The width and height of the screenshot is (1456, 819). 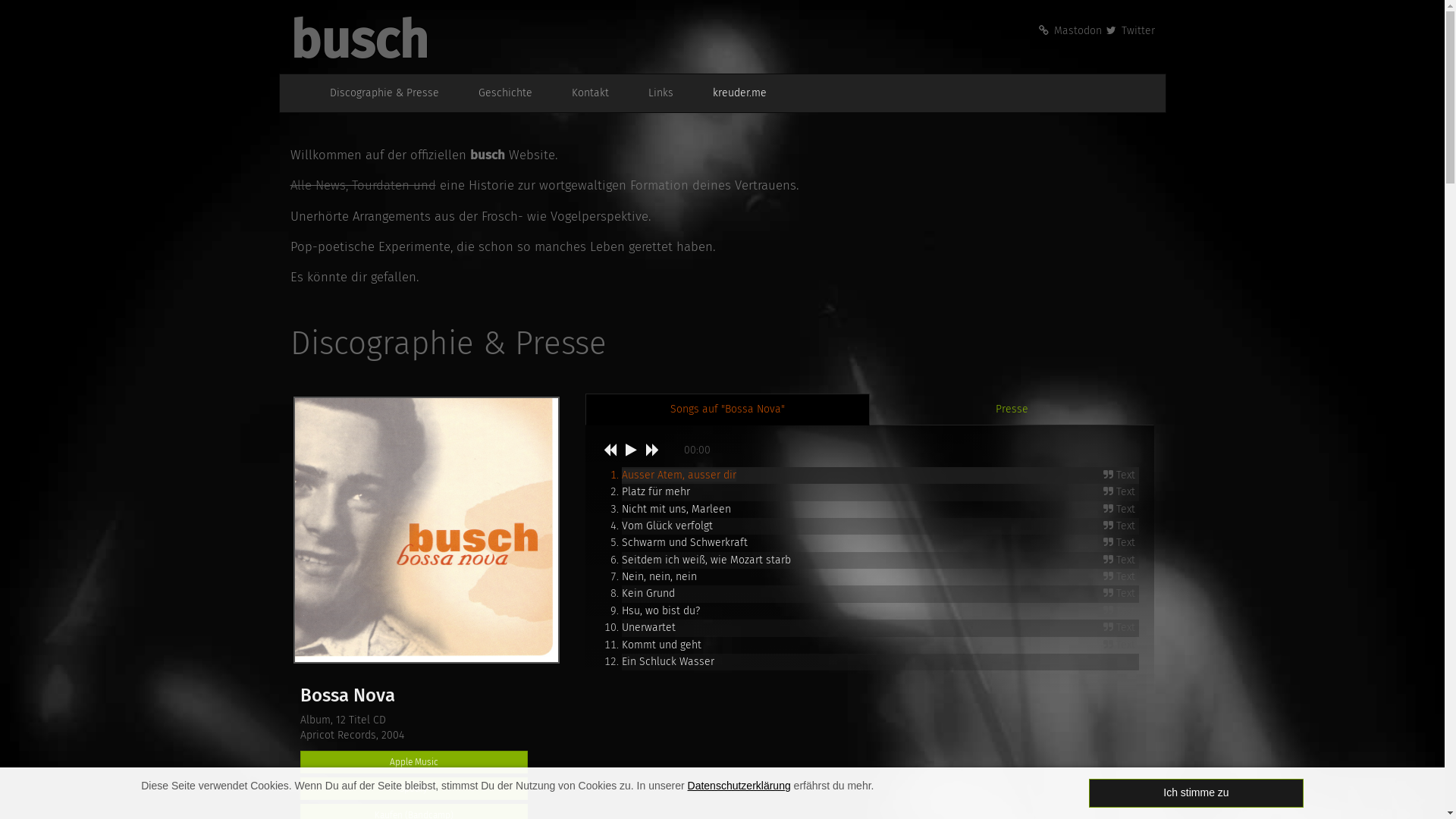 I want to click on 'Songs auf "Bossa Nova"', so click(x=726, y=409).